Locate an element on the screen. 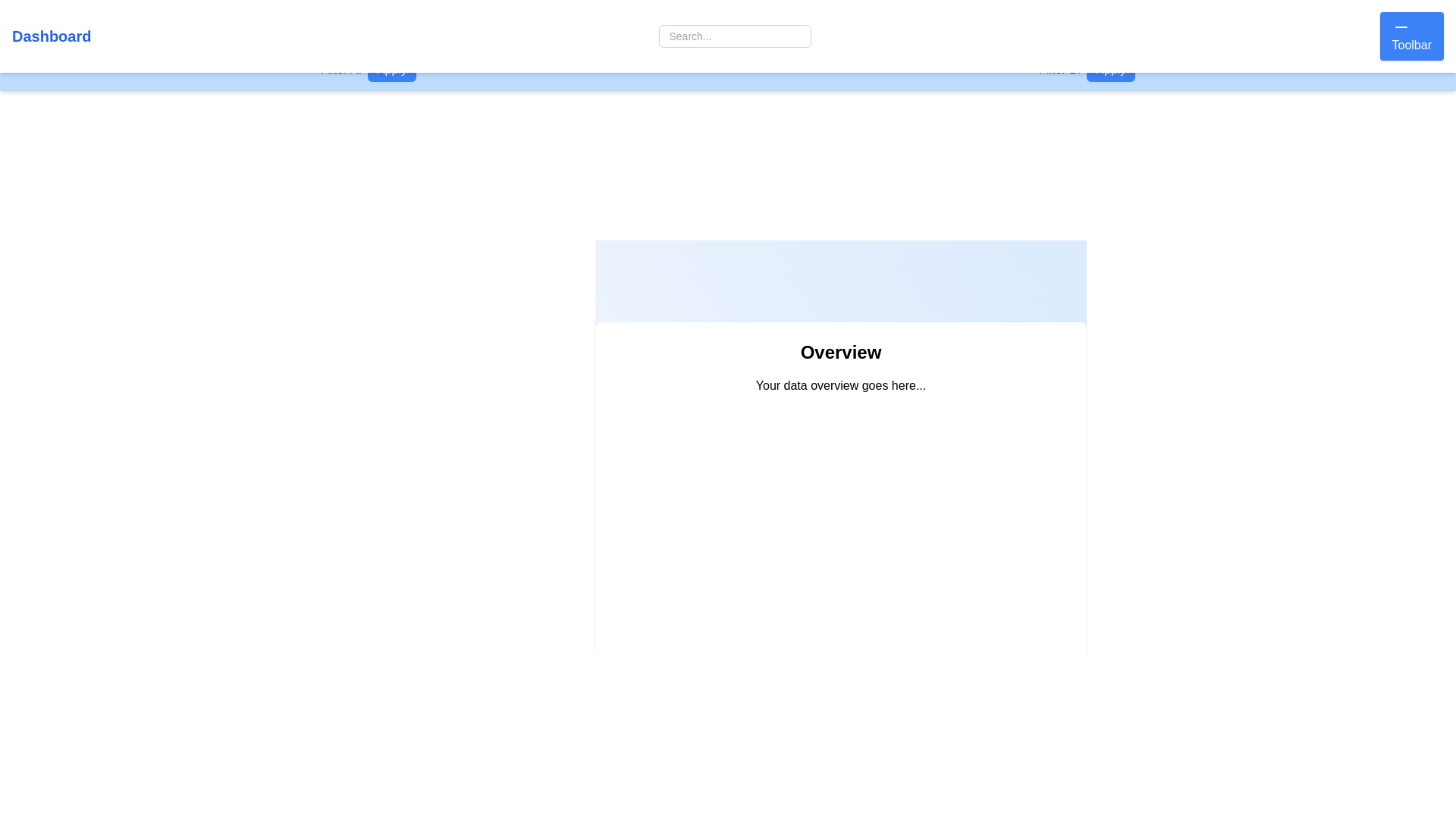 This screenshot has height=819, width=1456. the text label displaying 'Filter B:' which is styled in gray and located to the left of the blue 'Apply' button in the top horizontal bar of the interface is located at coordinates (1059, 70).